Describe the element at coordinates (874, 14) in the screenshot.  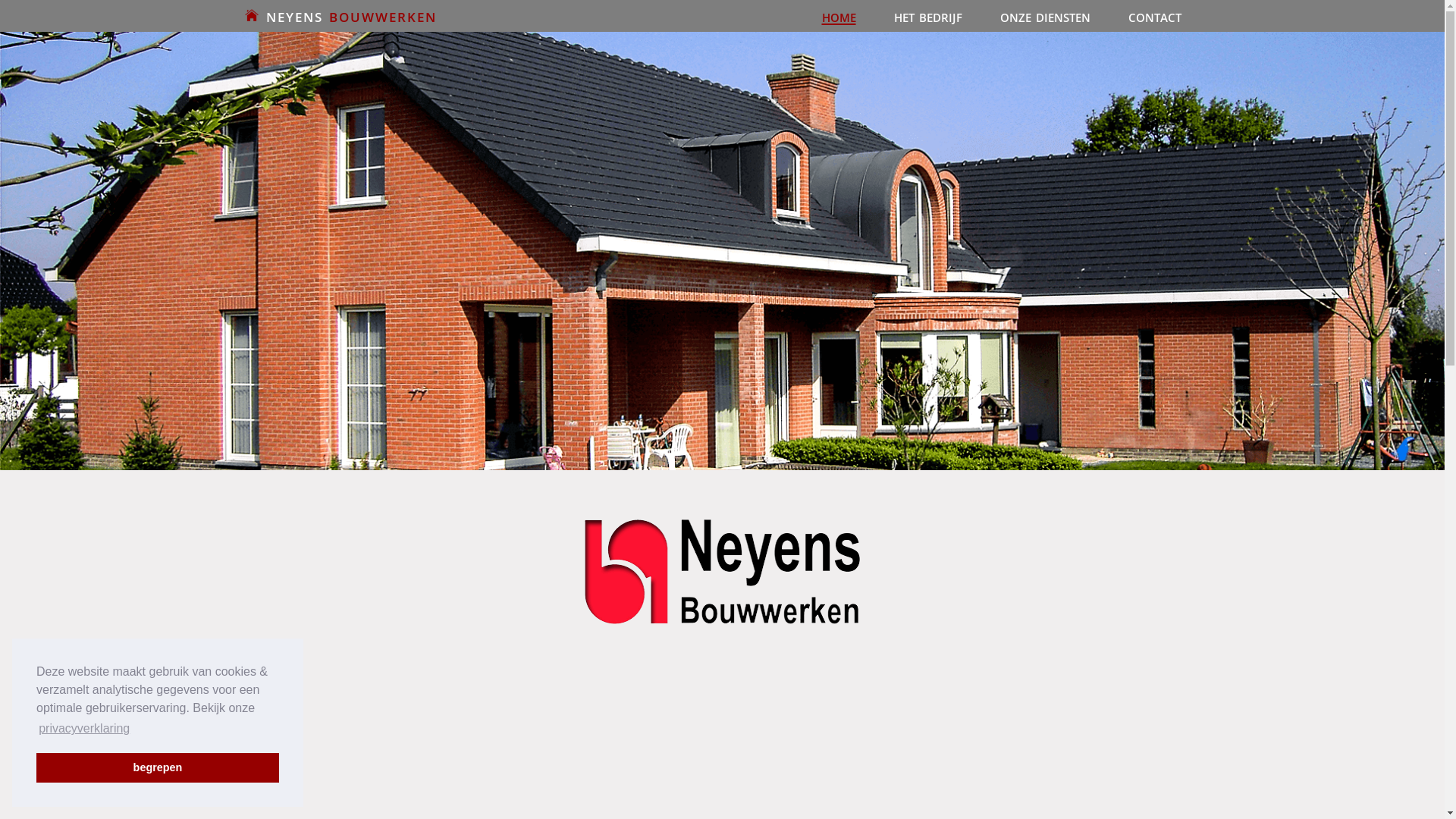
I see `'het bedrijf'` at that location.